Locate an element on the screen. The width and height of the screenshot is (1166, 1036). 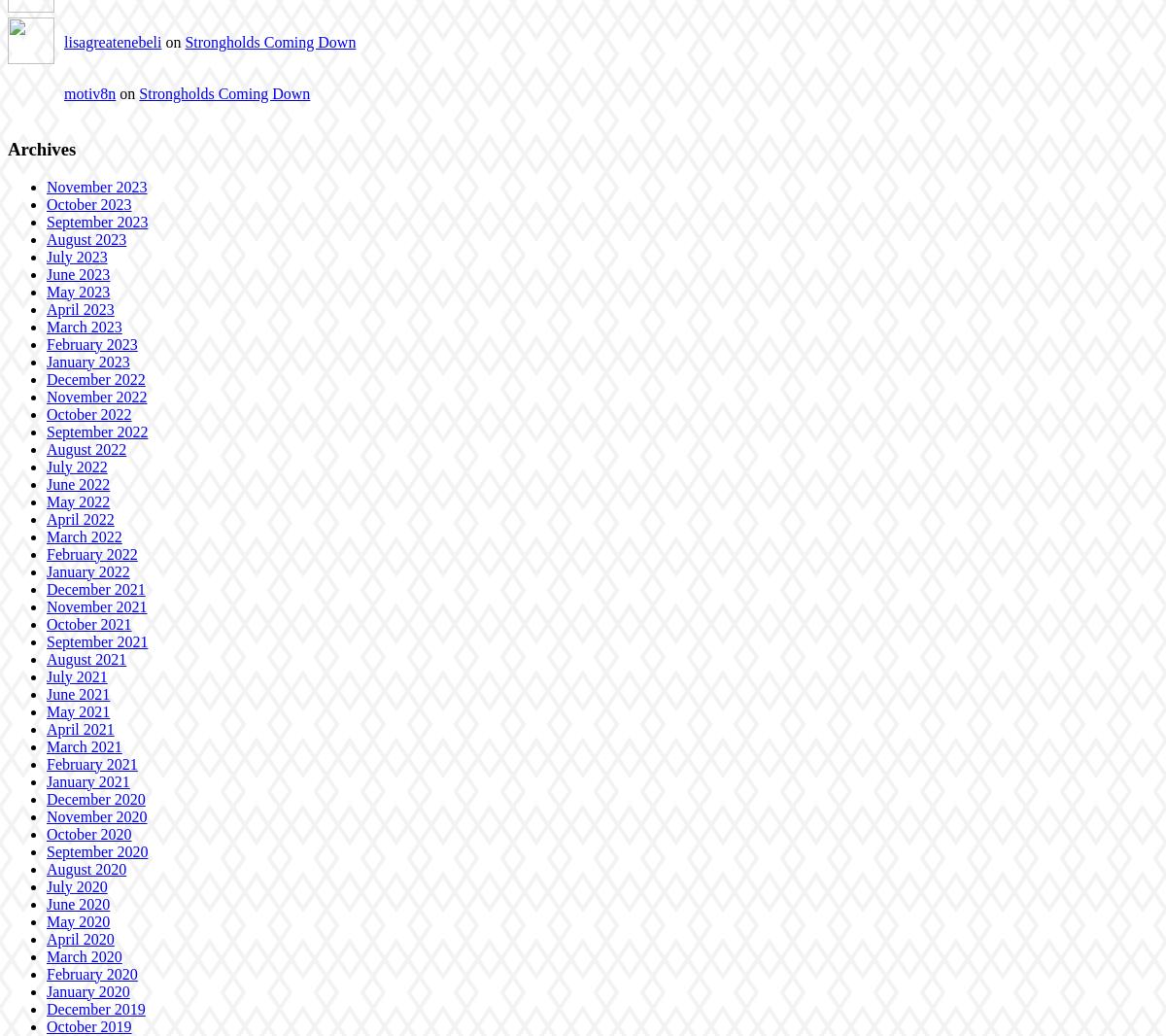
'December 2019' is located at coordinates (95, 1008).